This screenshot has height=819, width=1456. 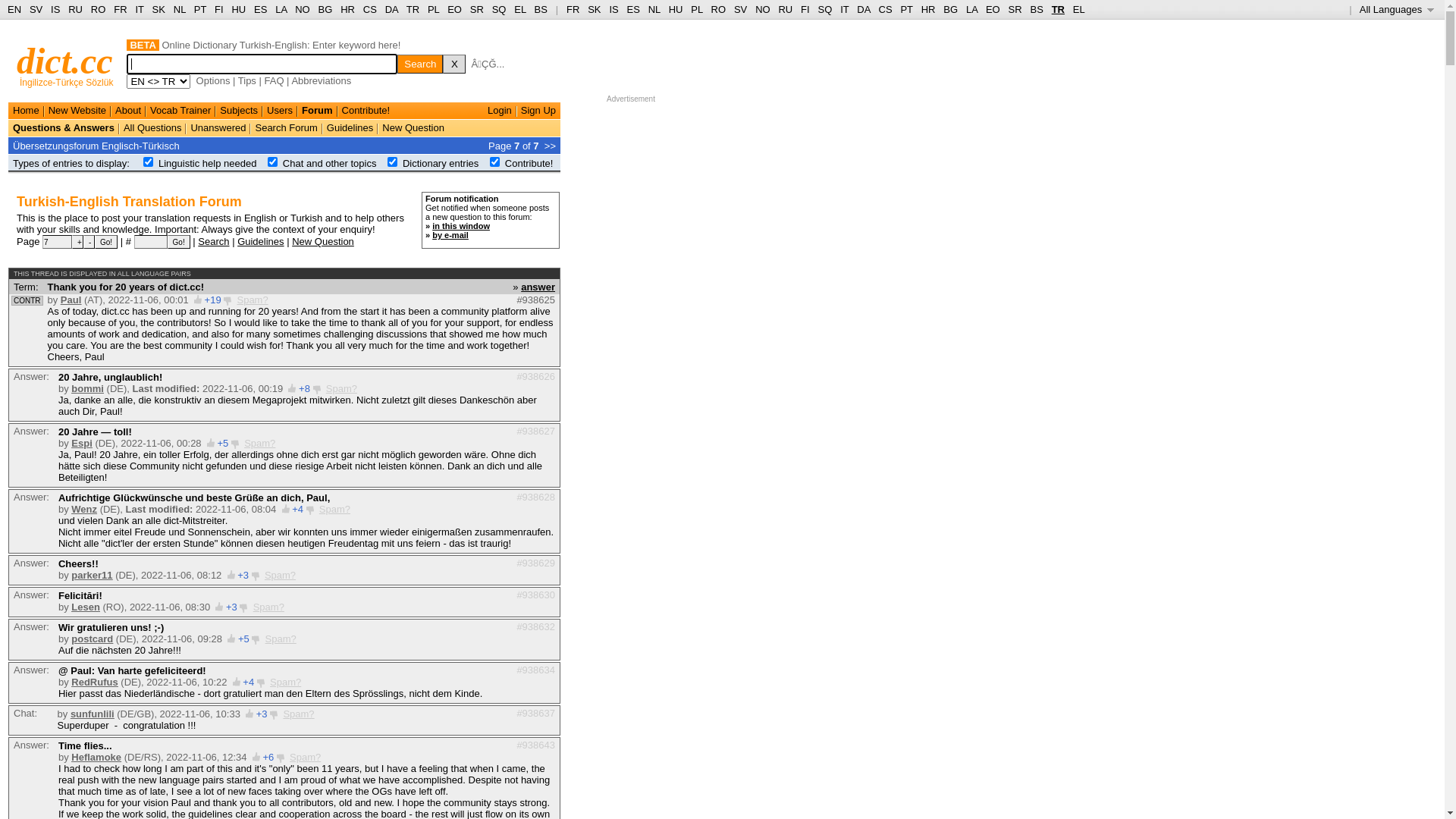 What do you see at coordinates (413, 9) in the screenshot?
I see `'TR'` at bounding box center [413, 9].